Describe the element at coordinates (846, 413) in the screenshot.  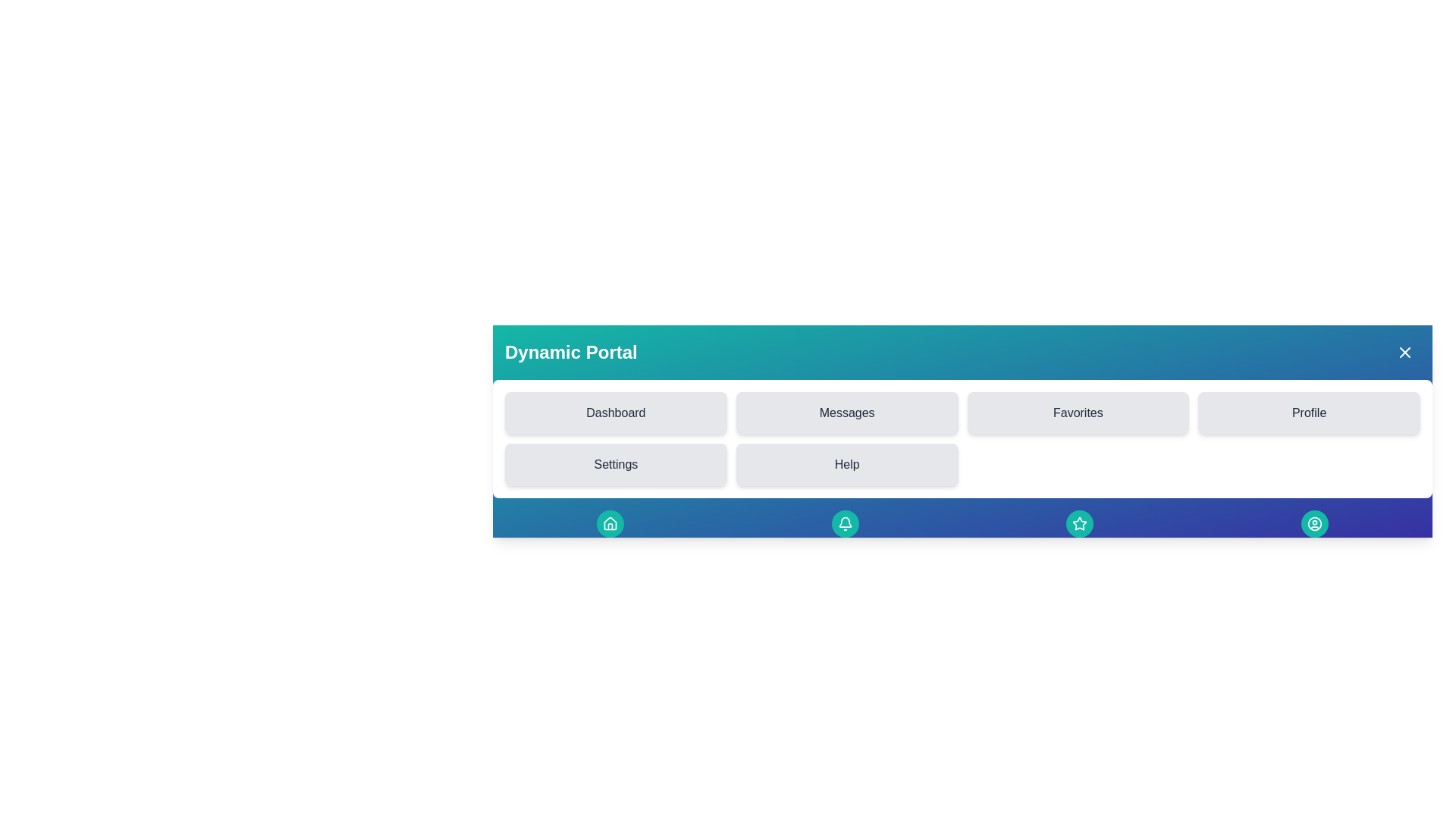
I see `the menu item labeled Messages to navigate to the corresponding section` at that location.